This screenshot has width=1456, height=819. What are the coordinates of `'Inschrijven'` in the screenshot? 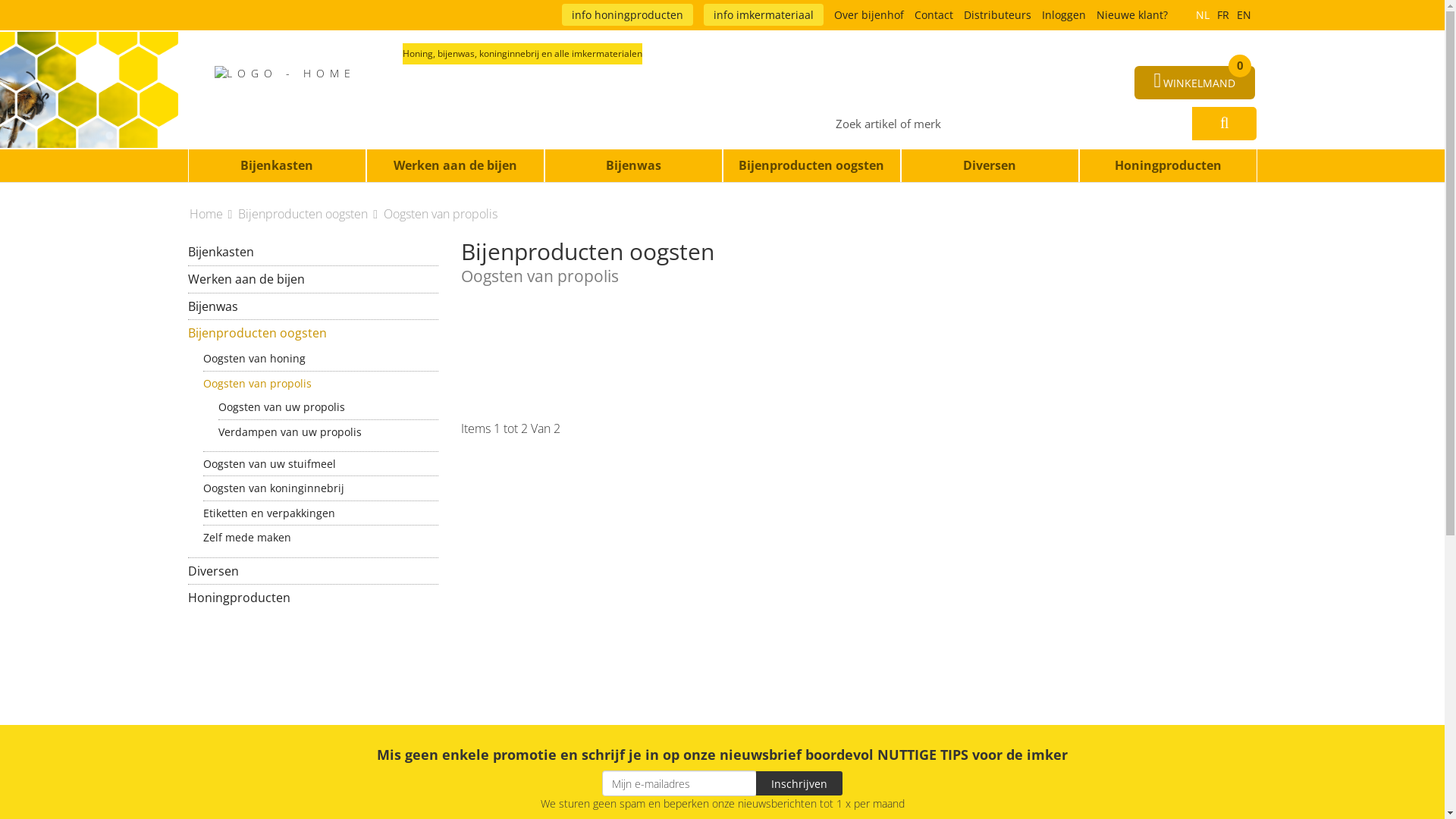 It's located at (799, 783).